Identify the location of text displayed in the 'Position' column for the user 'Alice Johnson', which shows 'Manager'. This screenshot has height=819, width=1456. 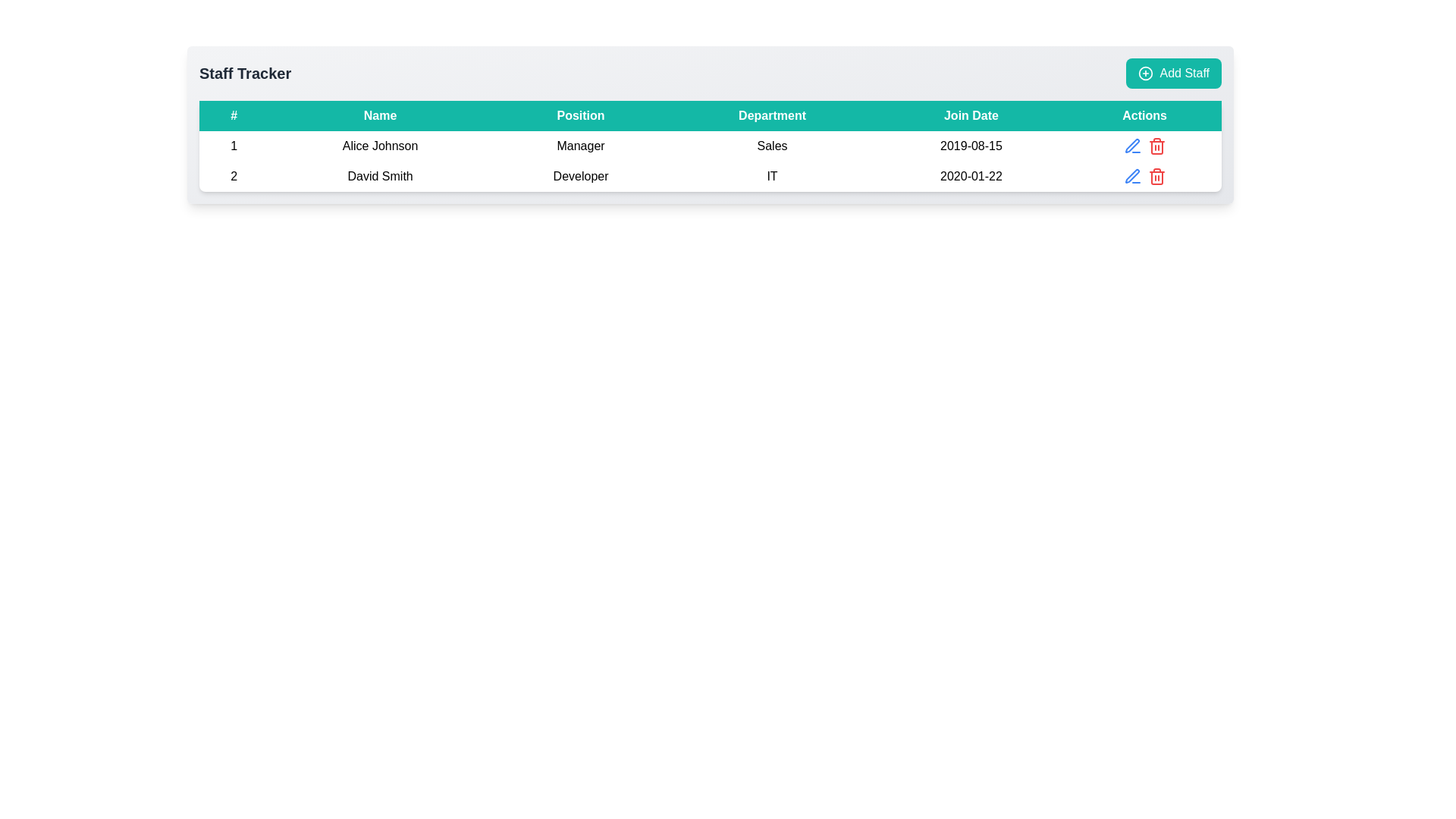
(580, 146).